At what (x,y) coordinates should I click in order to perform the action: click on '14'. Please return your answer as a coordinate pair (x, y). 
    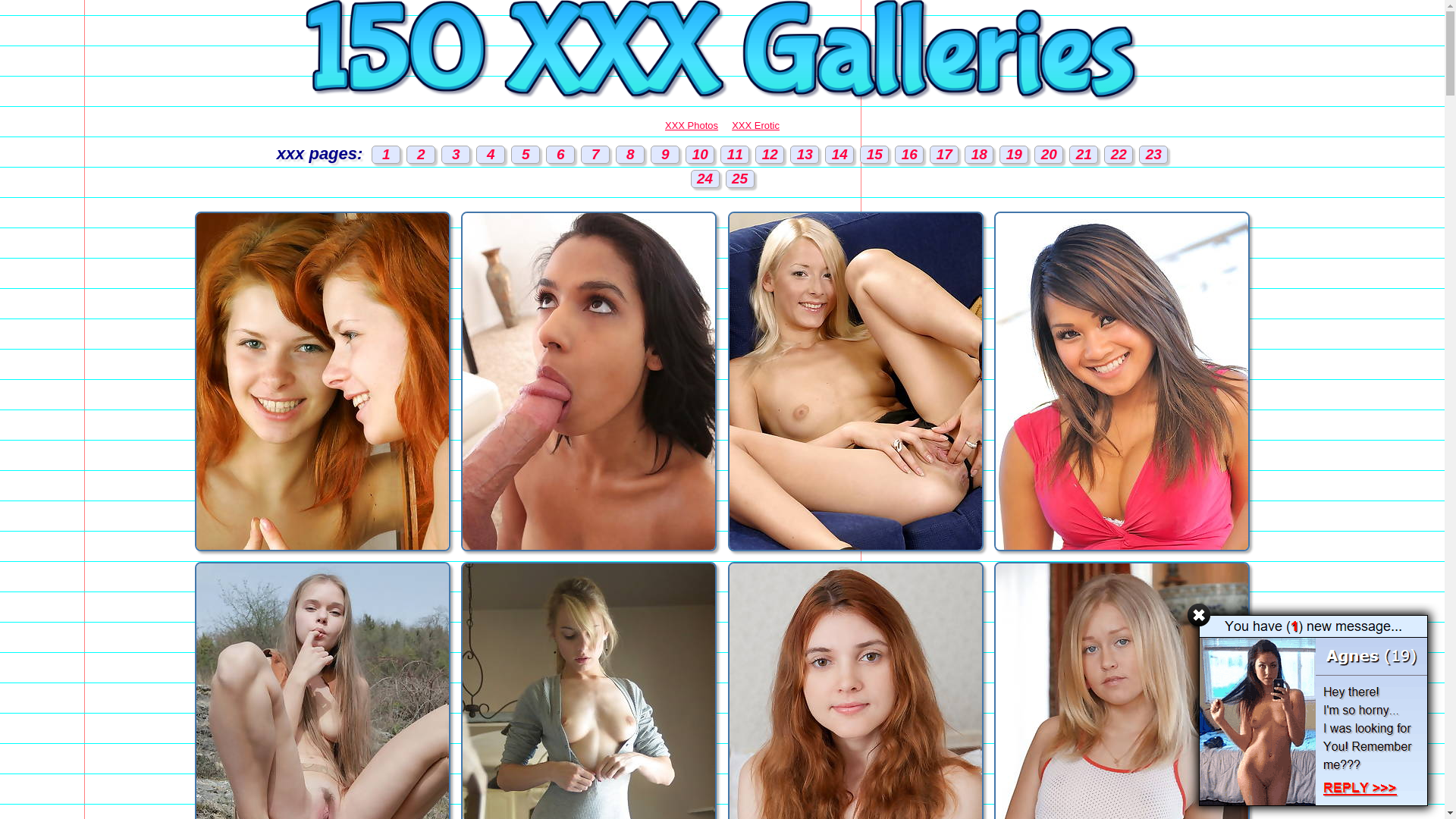
    Looking at the image, I should click on (839, 155).